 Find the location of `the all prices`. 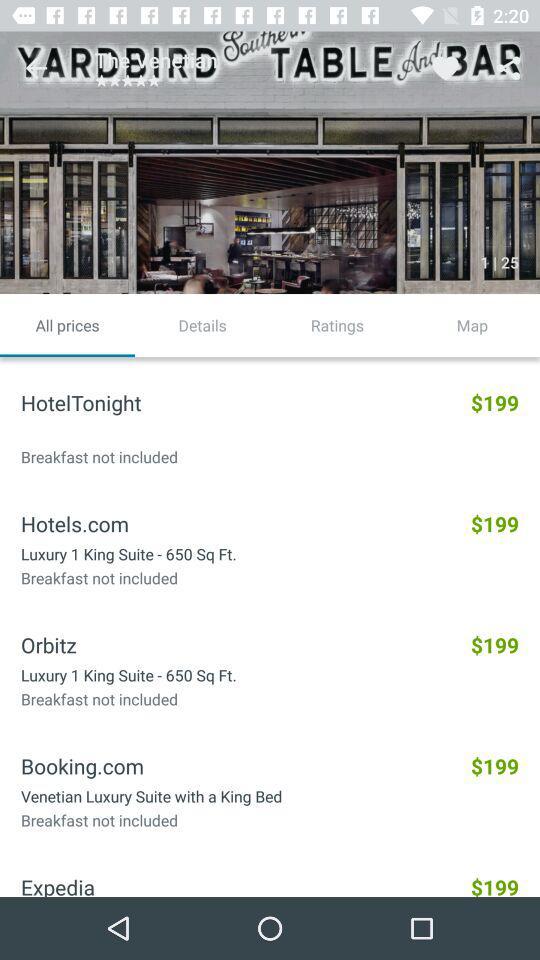

the all prices is located at coordinates (67, 325).